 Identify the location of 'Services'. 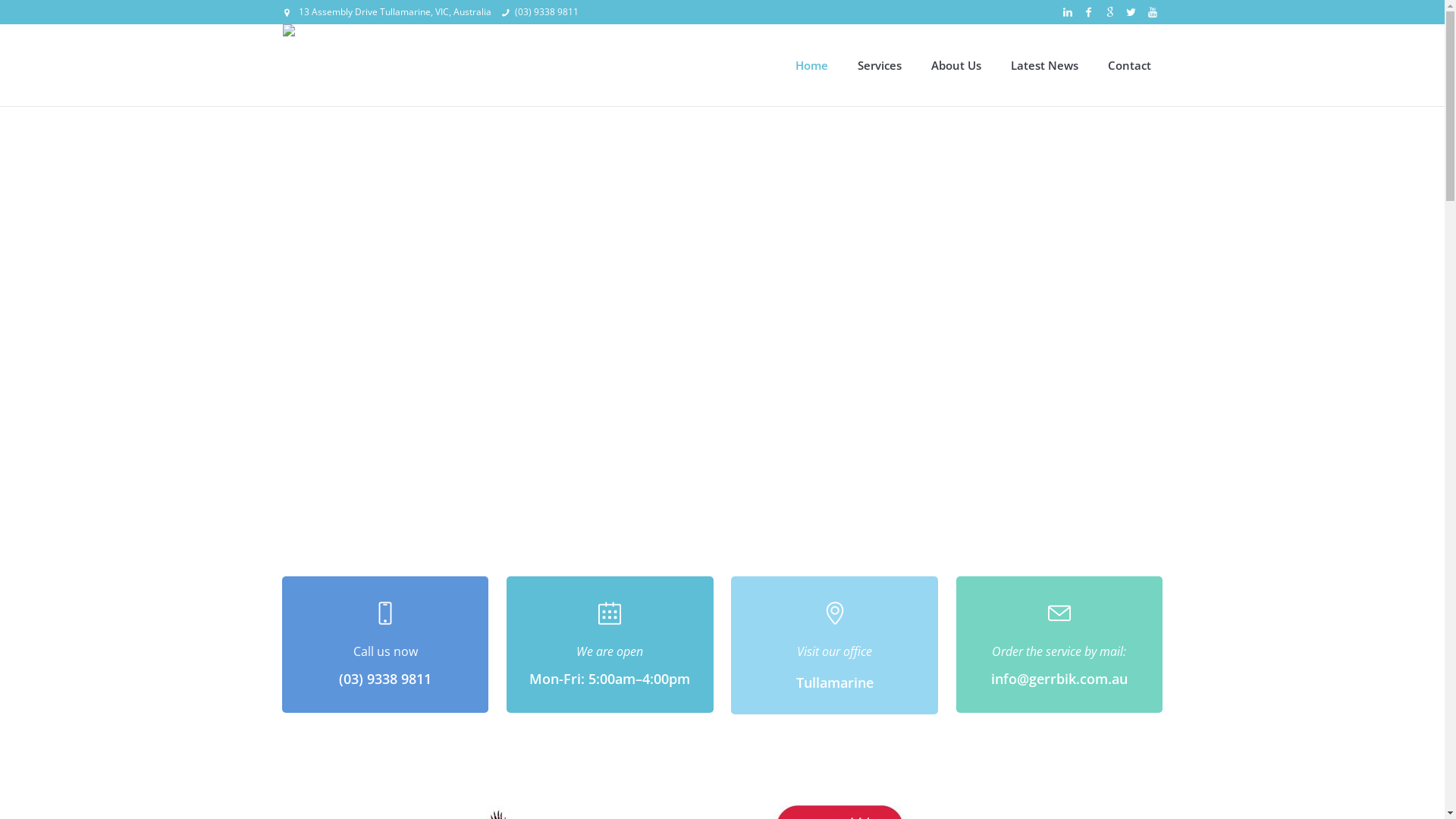
(846, 64).